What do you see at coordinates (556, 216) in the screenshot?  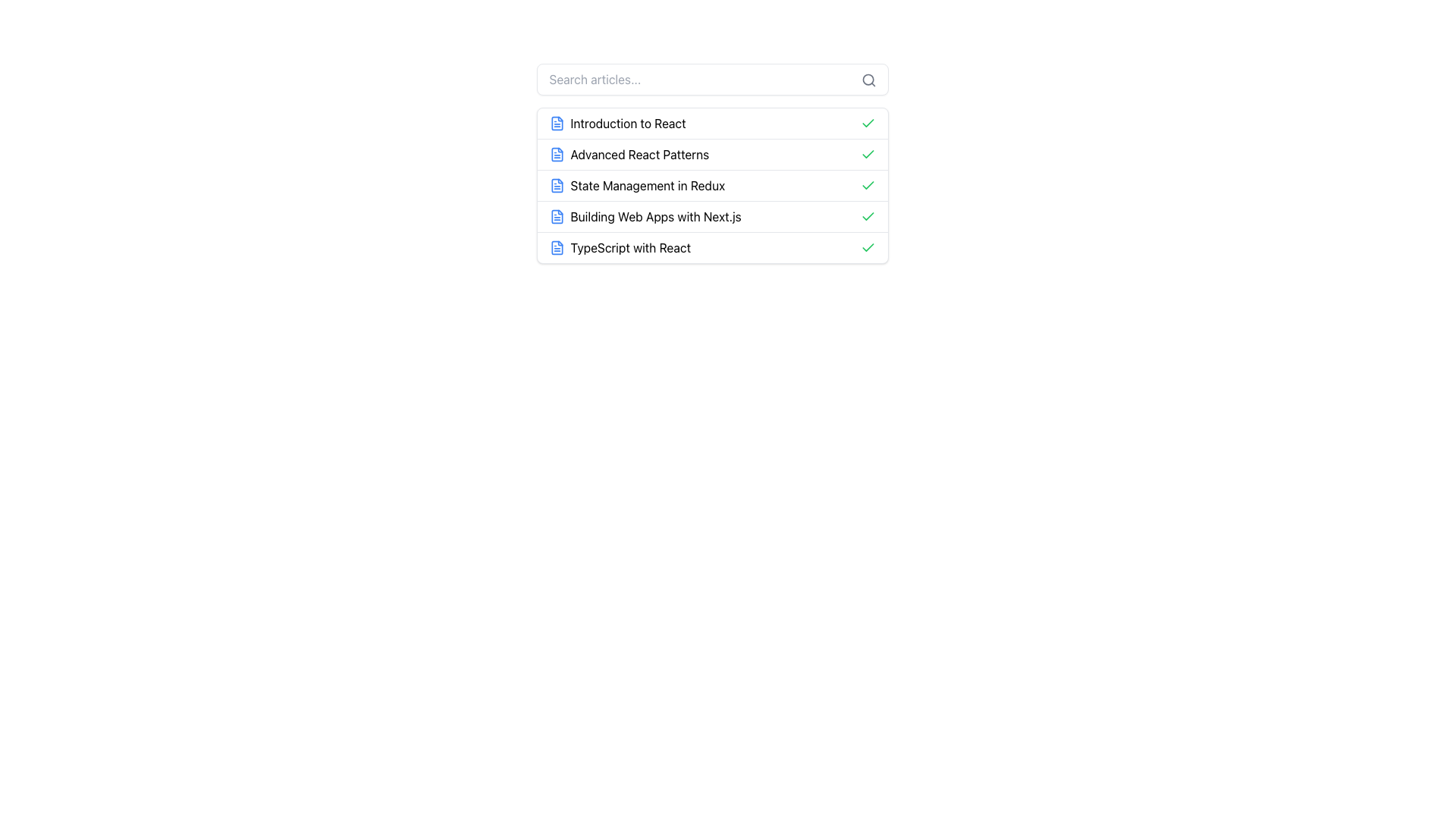 I see `the blue file icon representing a document, located to the left of the text 'Building Web Apps with Next.js' in the fourth item of the list` at bounding box center [556, 216].